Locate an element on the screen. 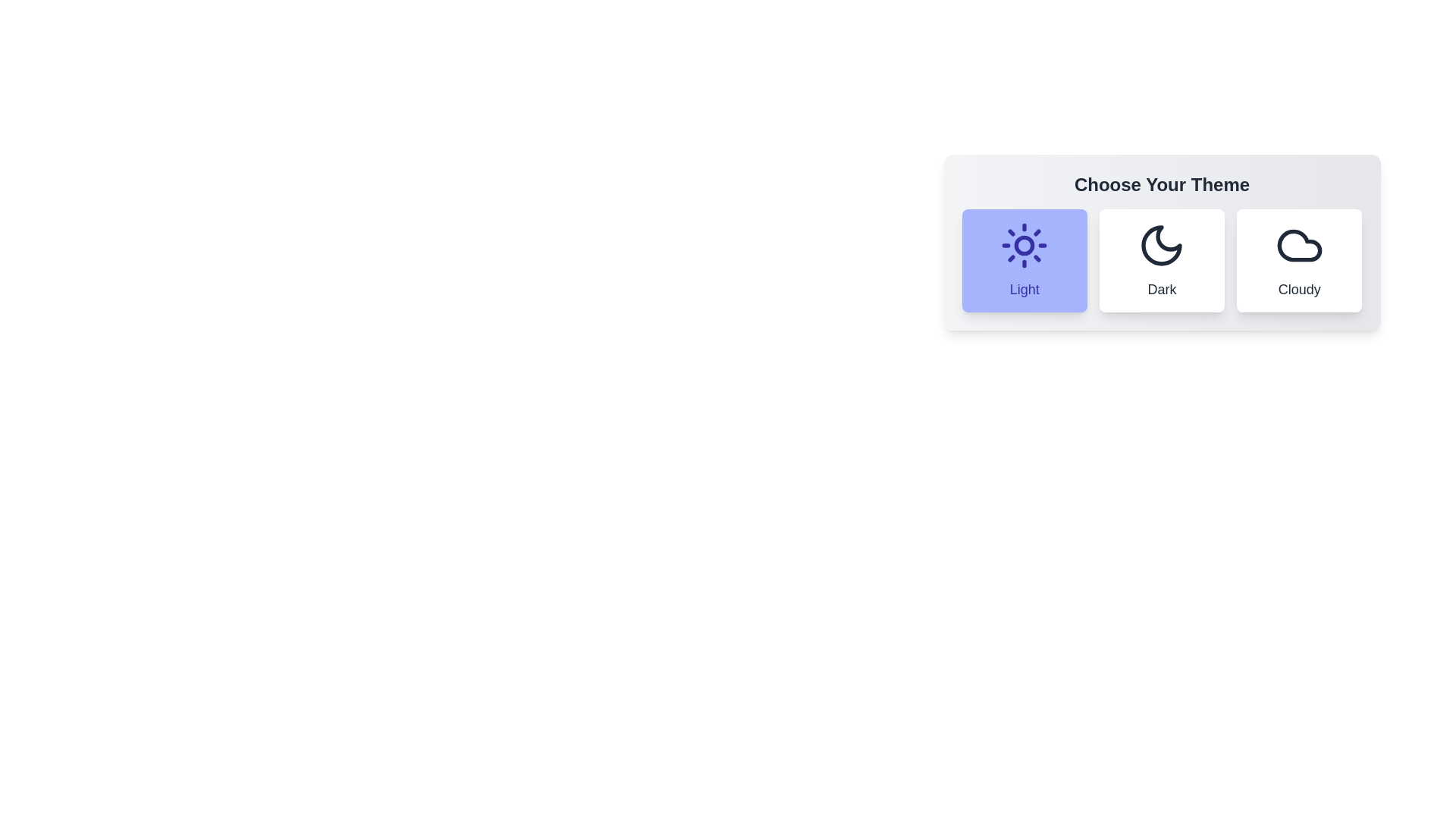 This screenshot has height=819, width=1456. the 'Dark' button with a crescent moon icon in the 'Choose Your Theme' section is located at coordinates (1161, 259).